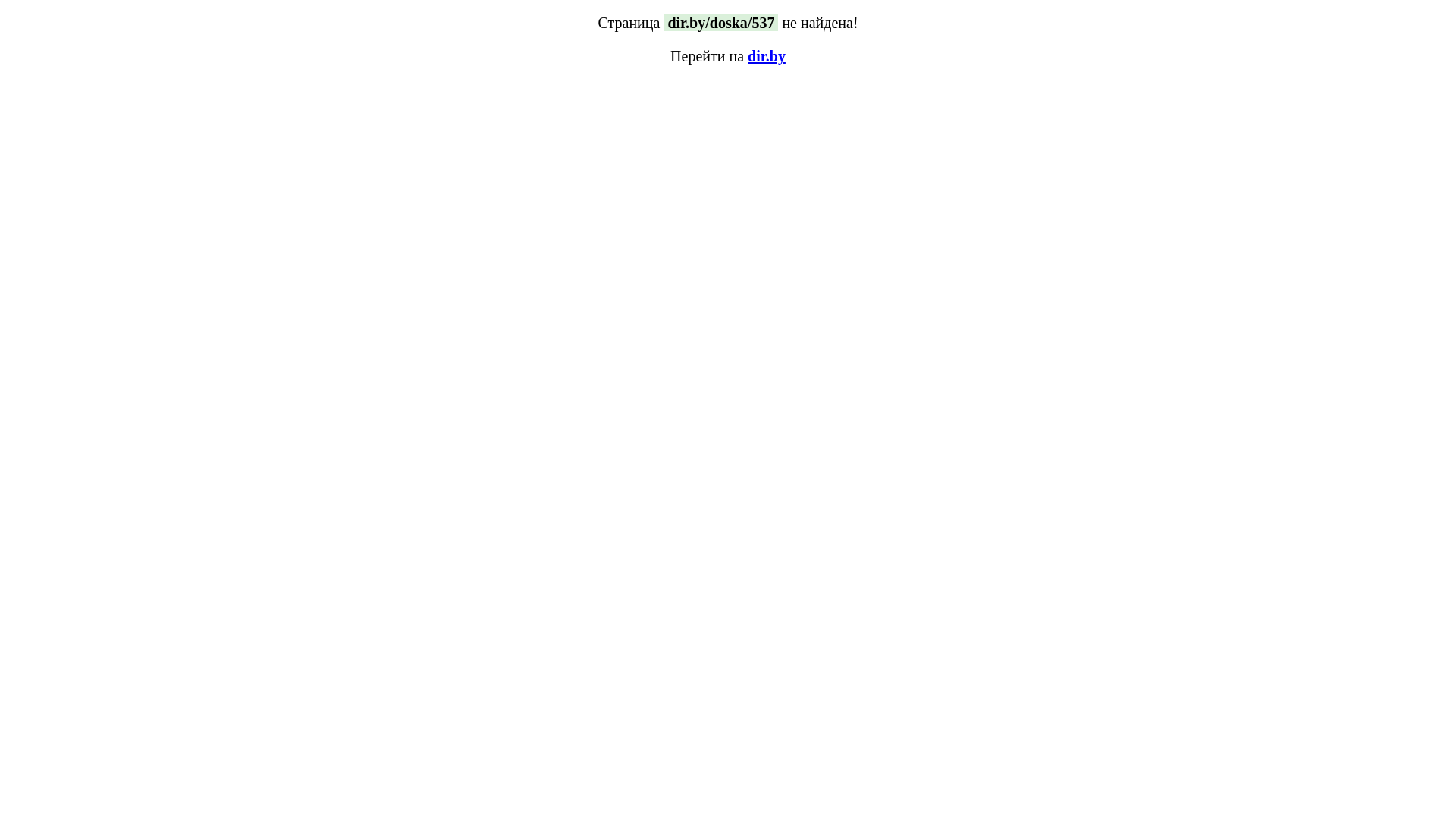 The height and width of the screenshot is (819, 1456). Describe the element at coordinates (767, 55) in the screenshot. I see `'dir.by'` at that location.